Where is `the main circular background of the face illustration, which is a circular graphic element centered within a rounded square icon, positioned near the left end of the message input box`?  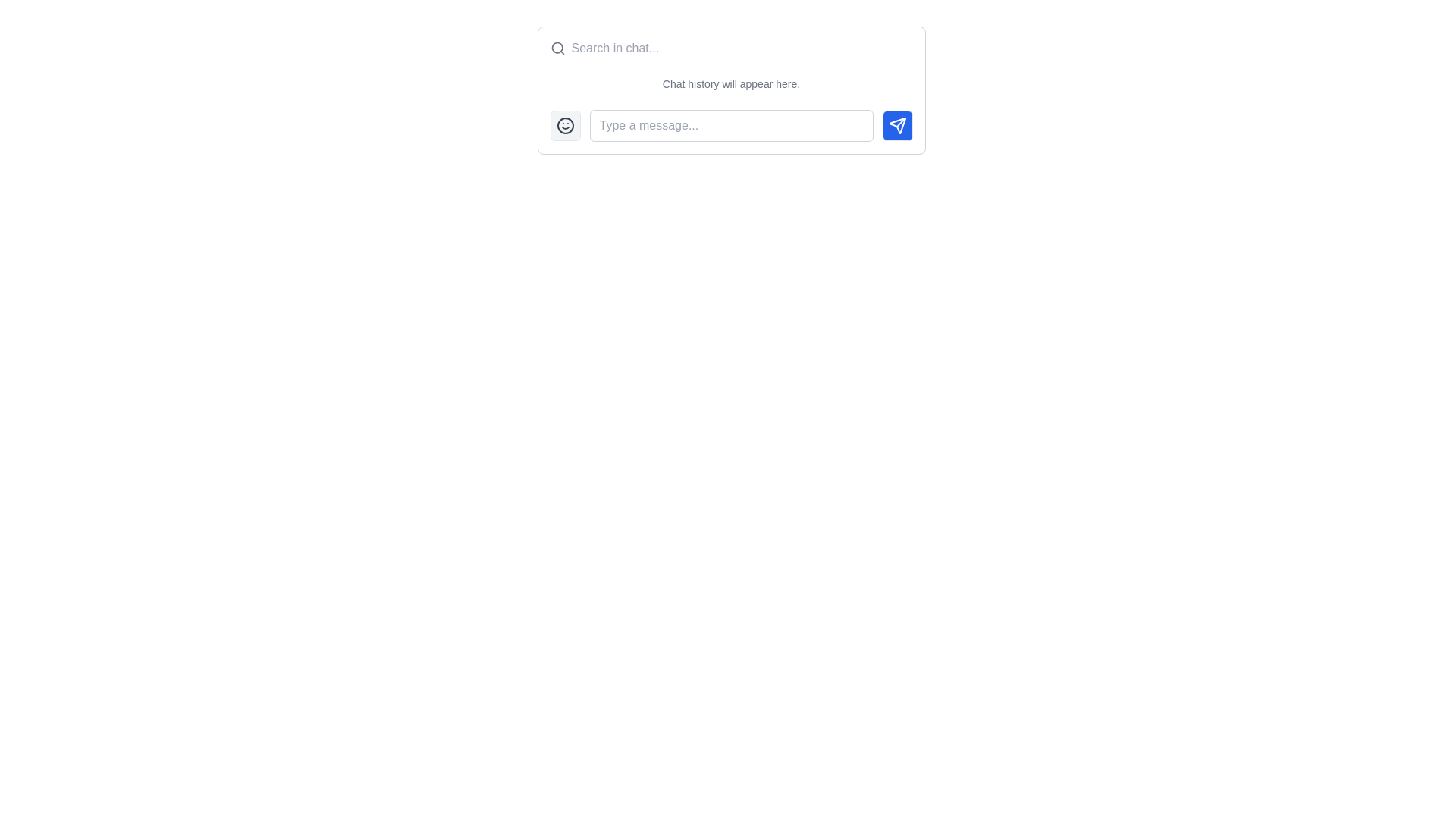 the main circular background of the face illustration, which is a circular graphic element centered within a rounded square icon, positioned near the left end of the message input box is located at coordinates (564, 124).